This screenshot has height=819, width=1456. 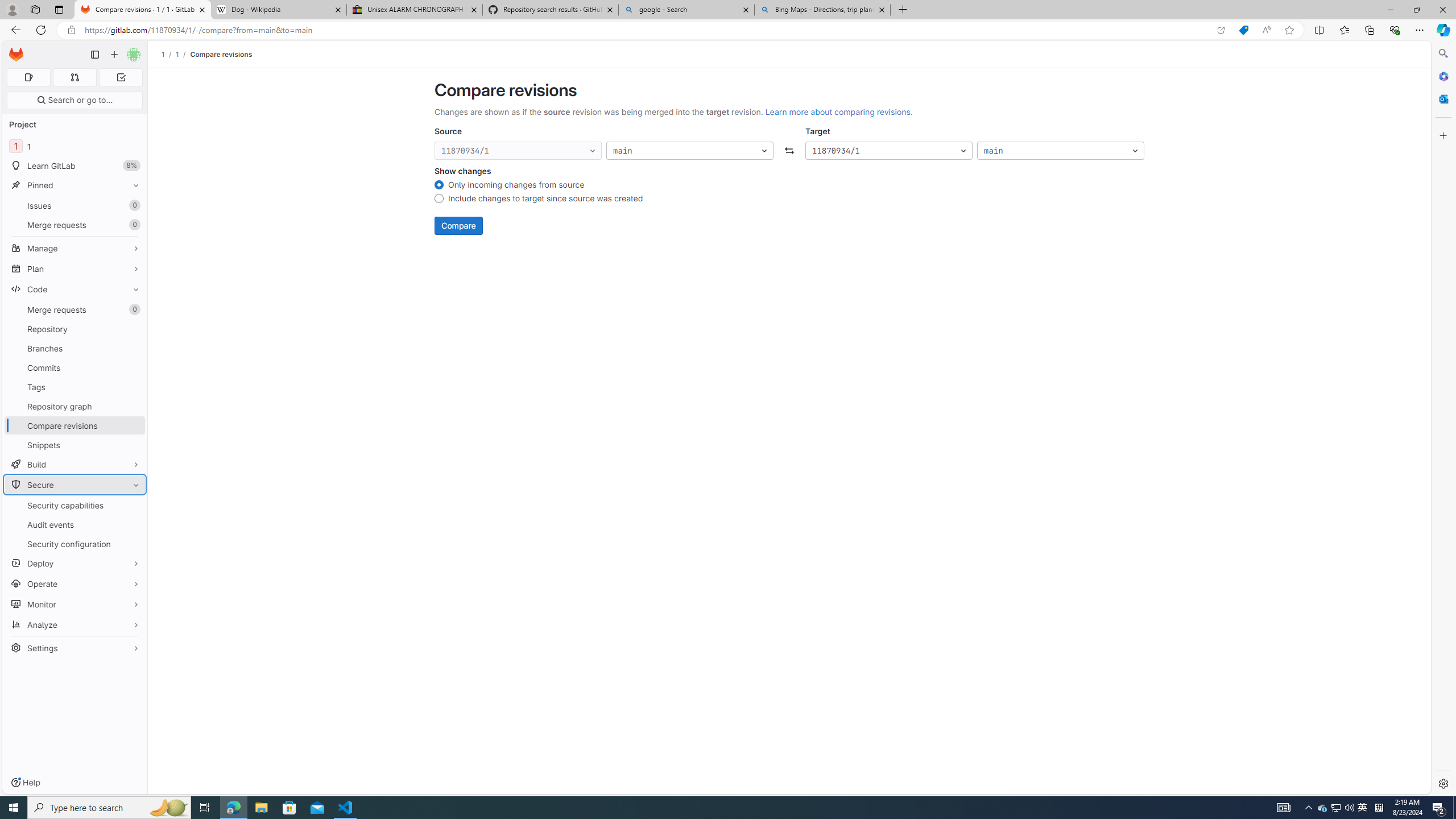 I want to click on 'To-Do list 0', so click(x=120, y=77).